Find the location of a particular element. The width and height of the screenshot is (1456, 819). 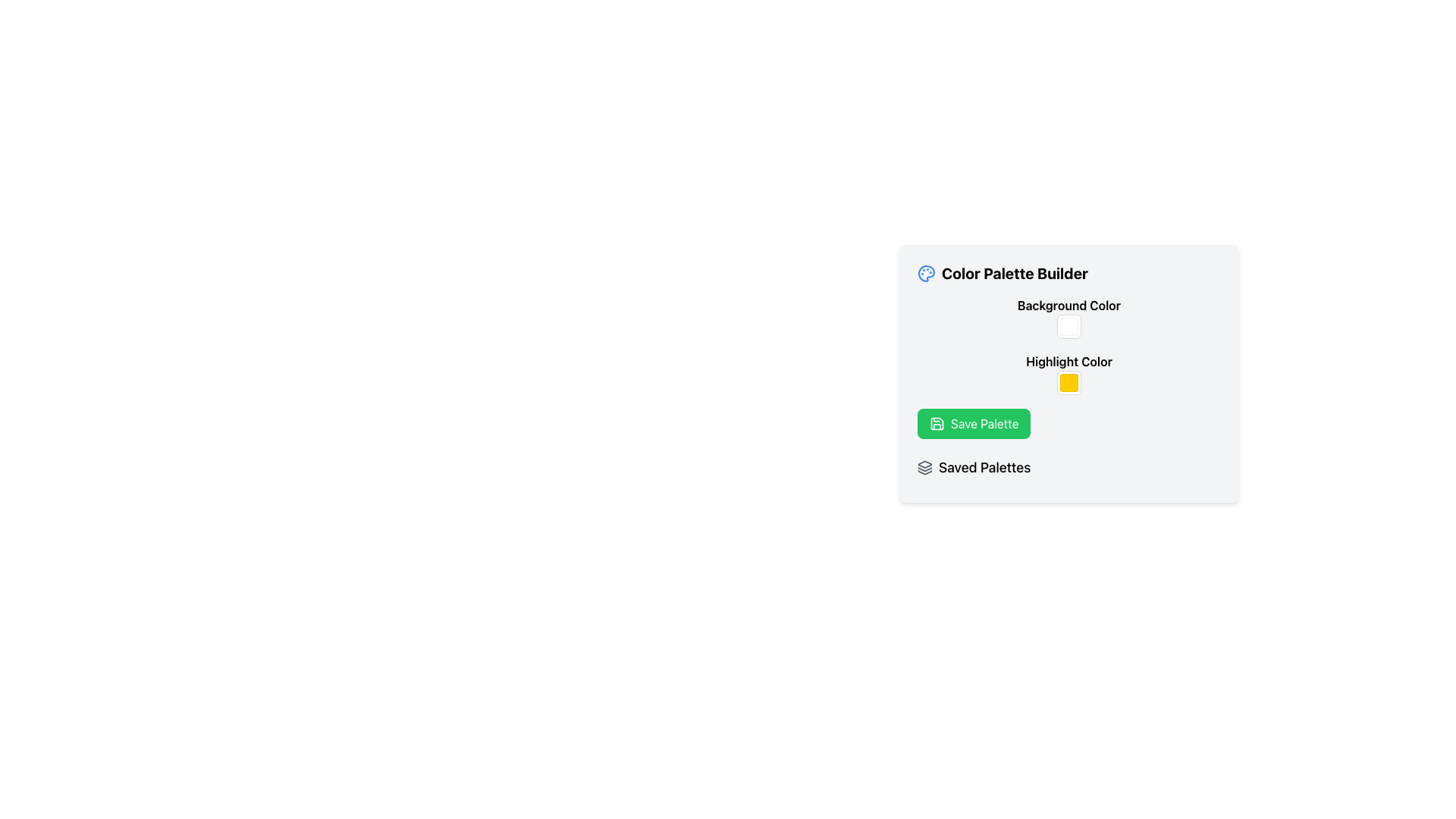

the square yellow color indicator with rounded edges in the 'Highlight Color' section of the color palette builder is located at coordinates (1068, 382).